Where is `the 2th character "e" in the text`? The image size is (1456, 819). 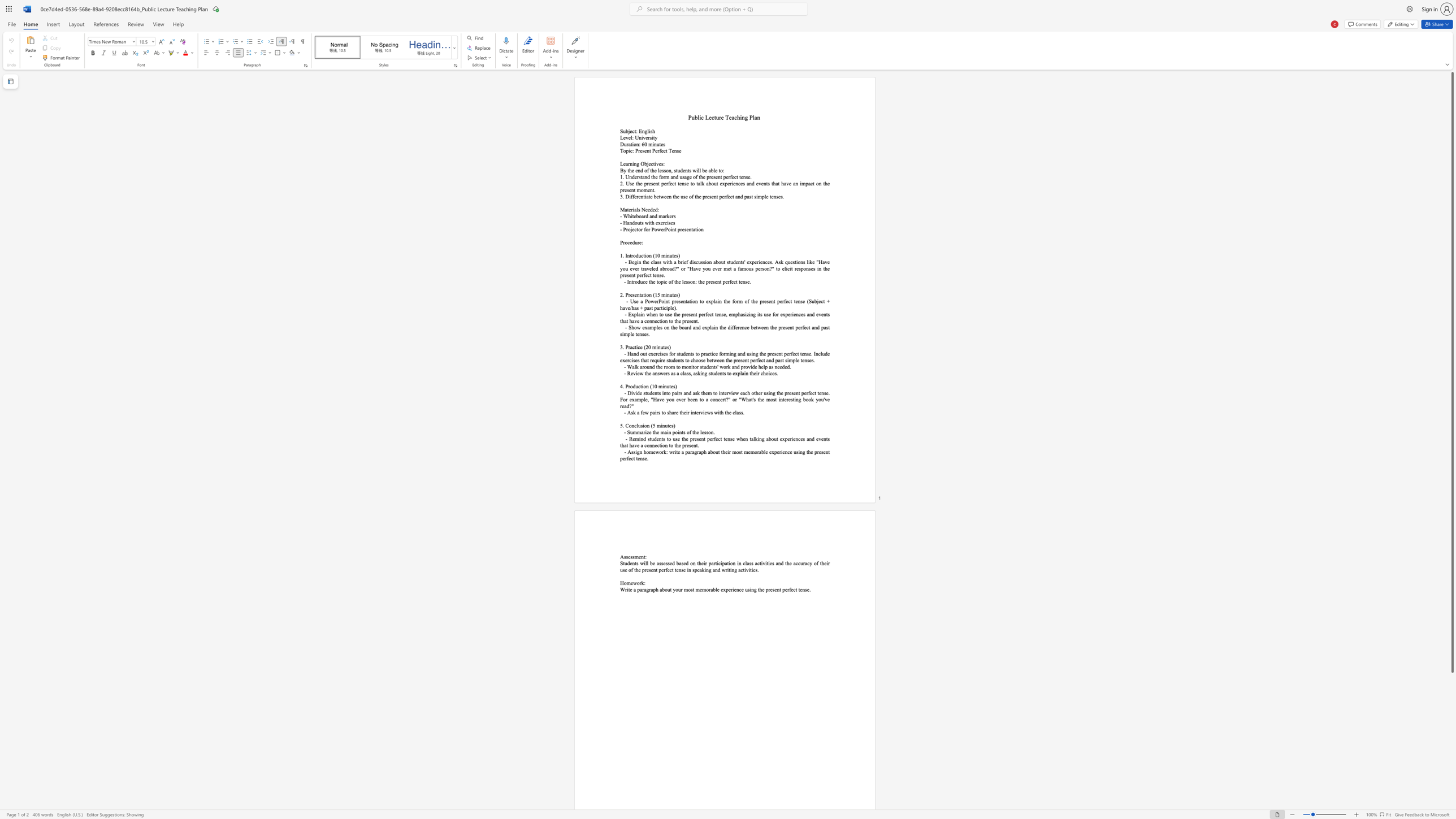 the 2th character "e" in the text is located at coordinates (639, 557).